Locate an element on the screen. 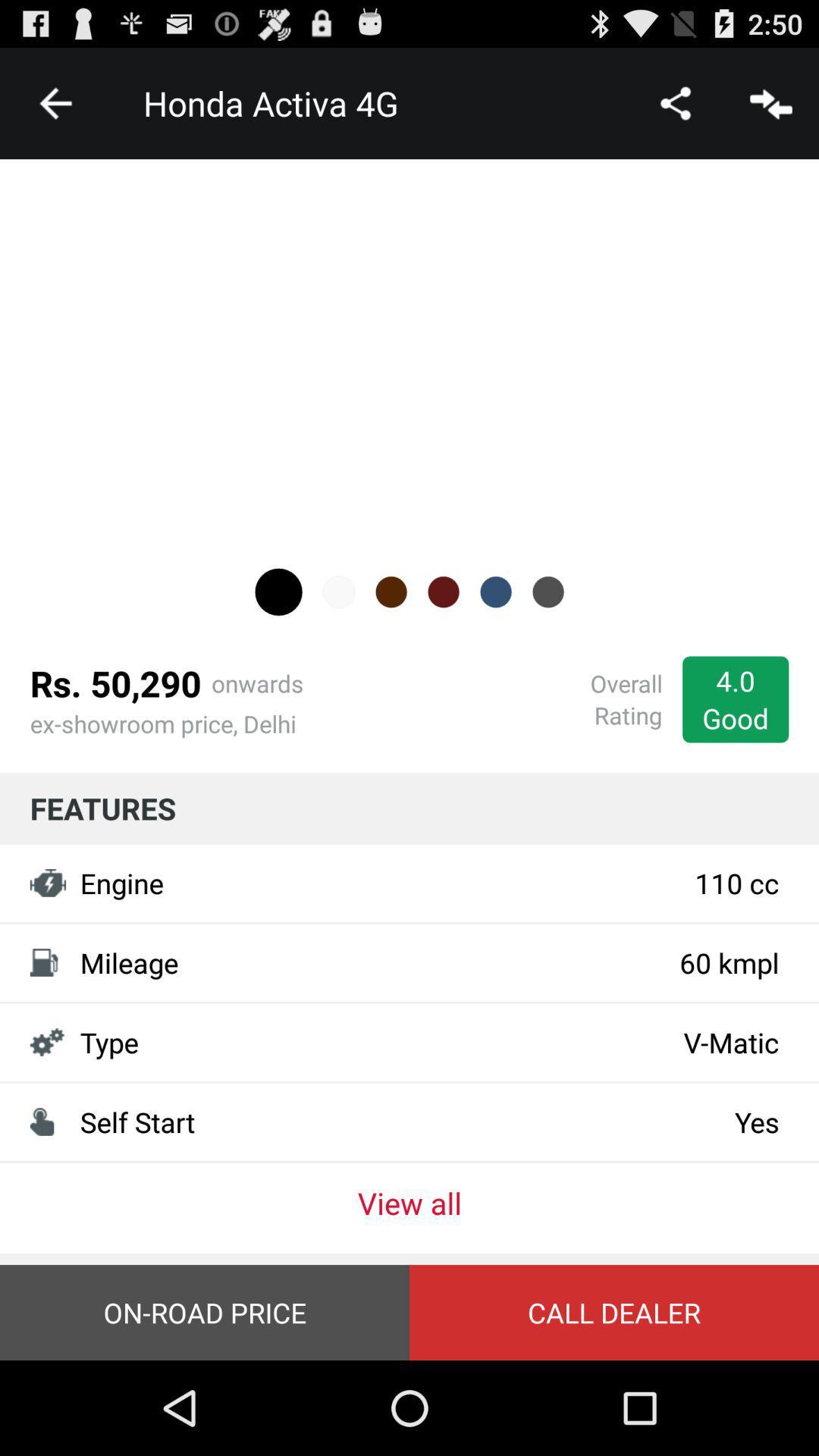  the avatar icon is located at coordinates (278, 633).